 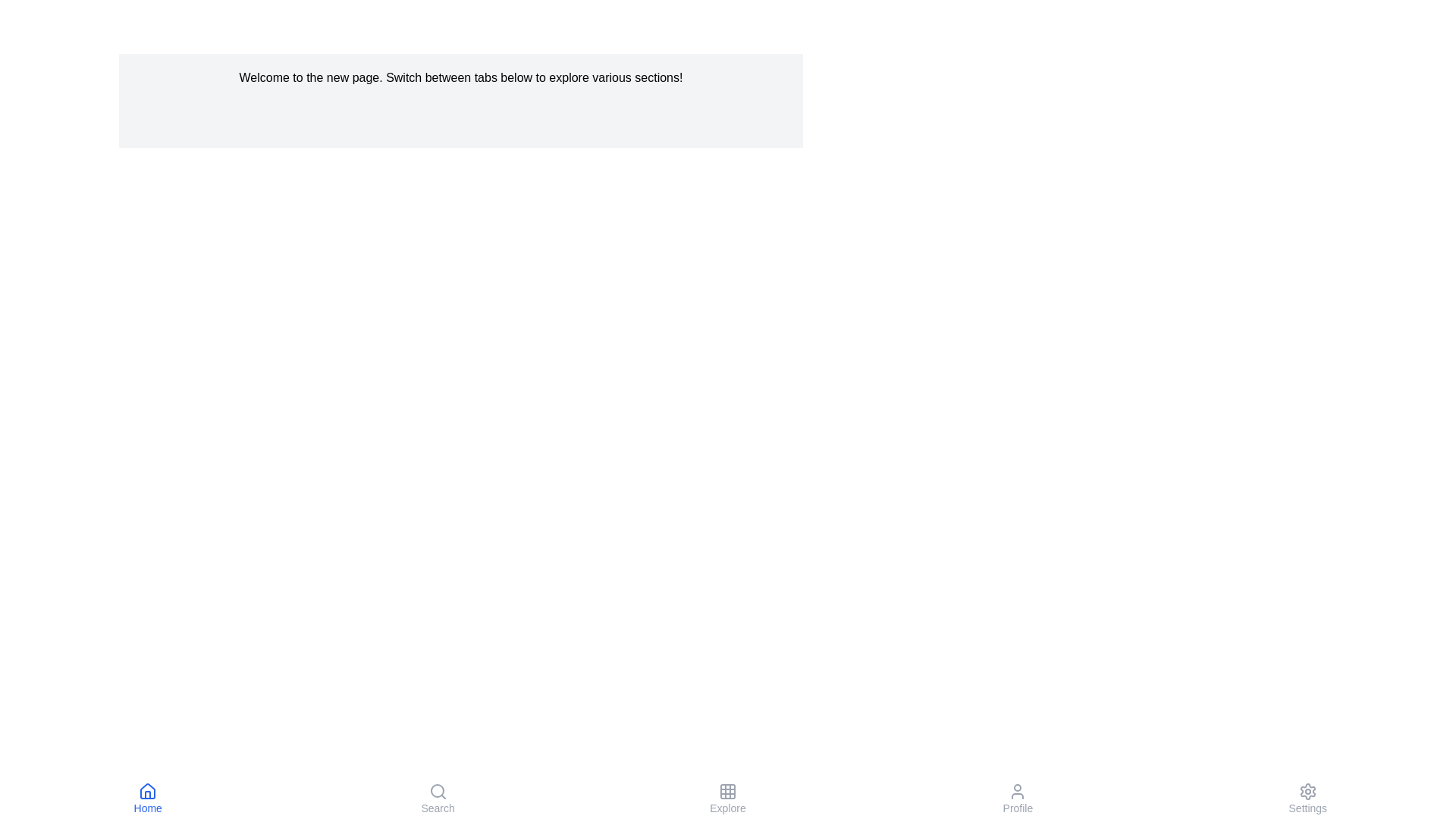 What do you see at coordinates (1307, 798) in the screenshot?
I see `the 'Settings' button located at the far right of the bottom navigation bar to possibly reveal additional information` at bounding box center [1307, 798].